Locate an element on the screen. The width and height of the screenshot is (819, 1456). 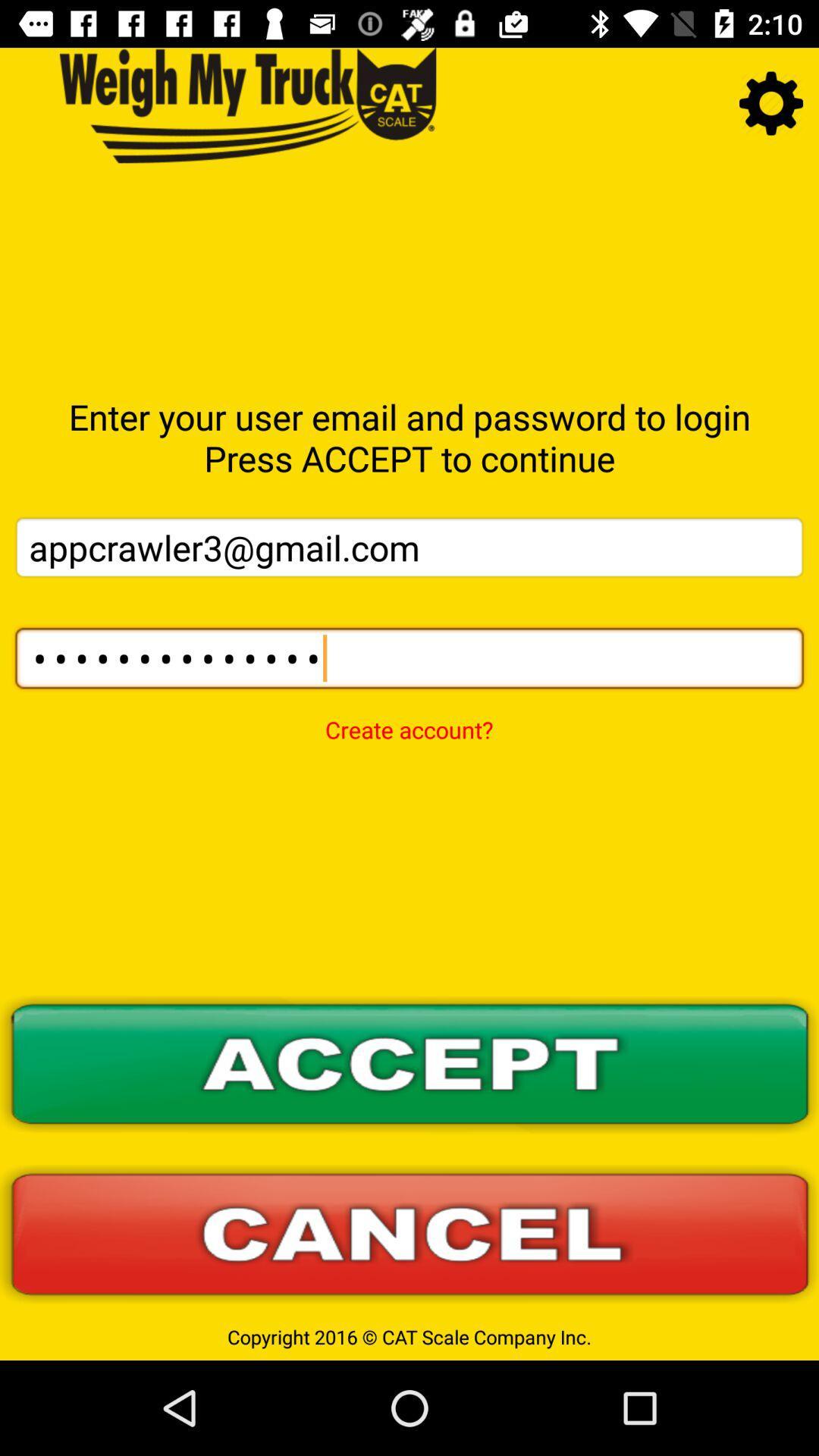
the item below appcrawler3116 is located at coordinates (408, 719).